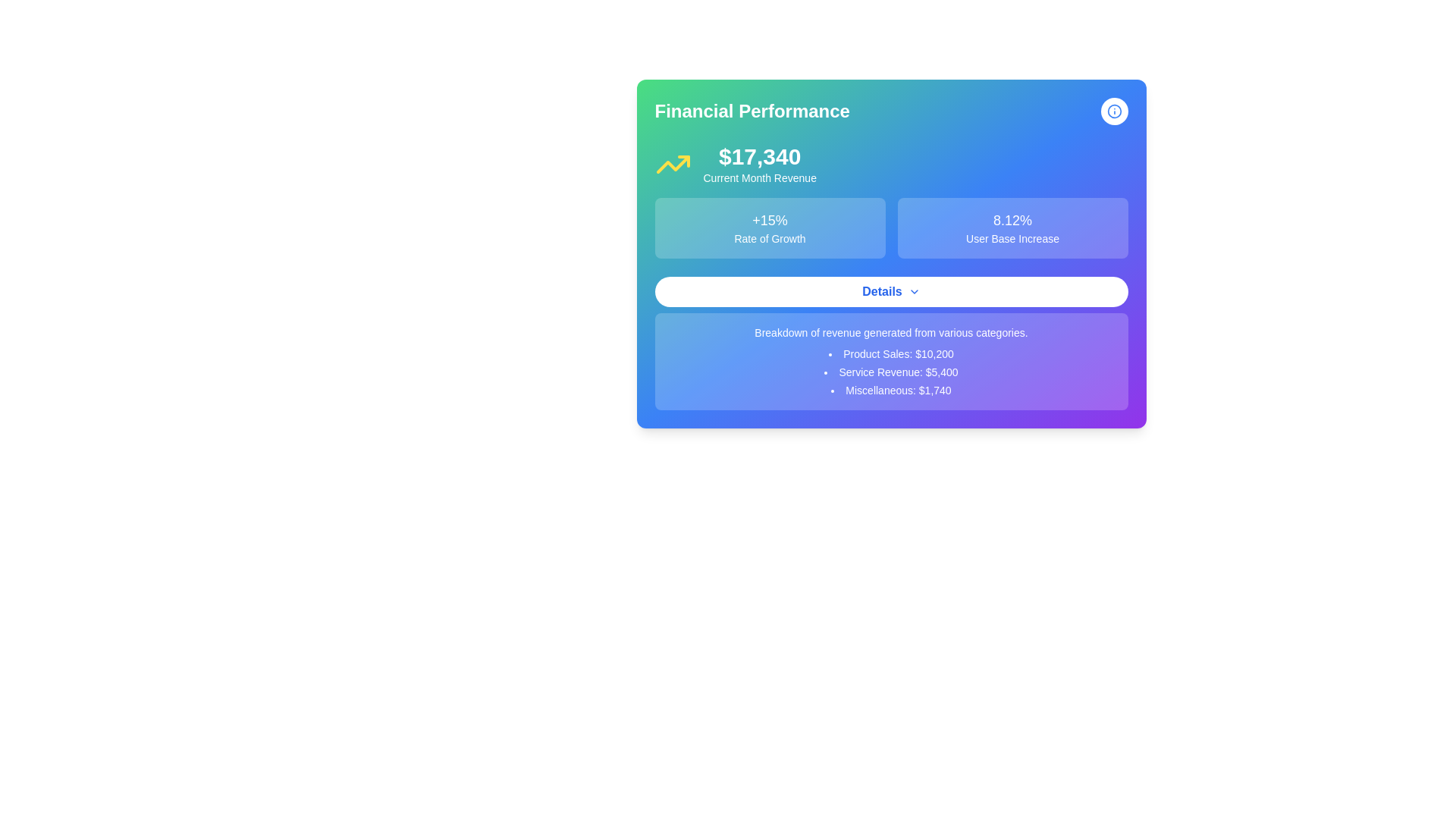 This screenshot has width=1456, height=819. I want to click on the text items in the ordered or unordered list located centrally at the lower portion of the revenue breakdown card, directly beneath the heading 'Breakdown of revenue generated from various categories.', so click(891, 372).